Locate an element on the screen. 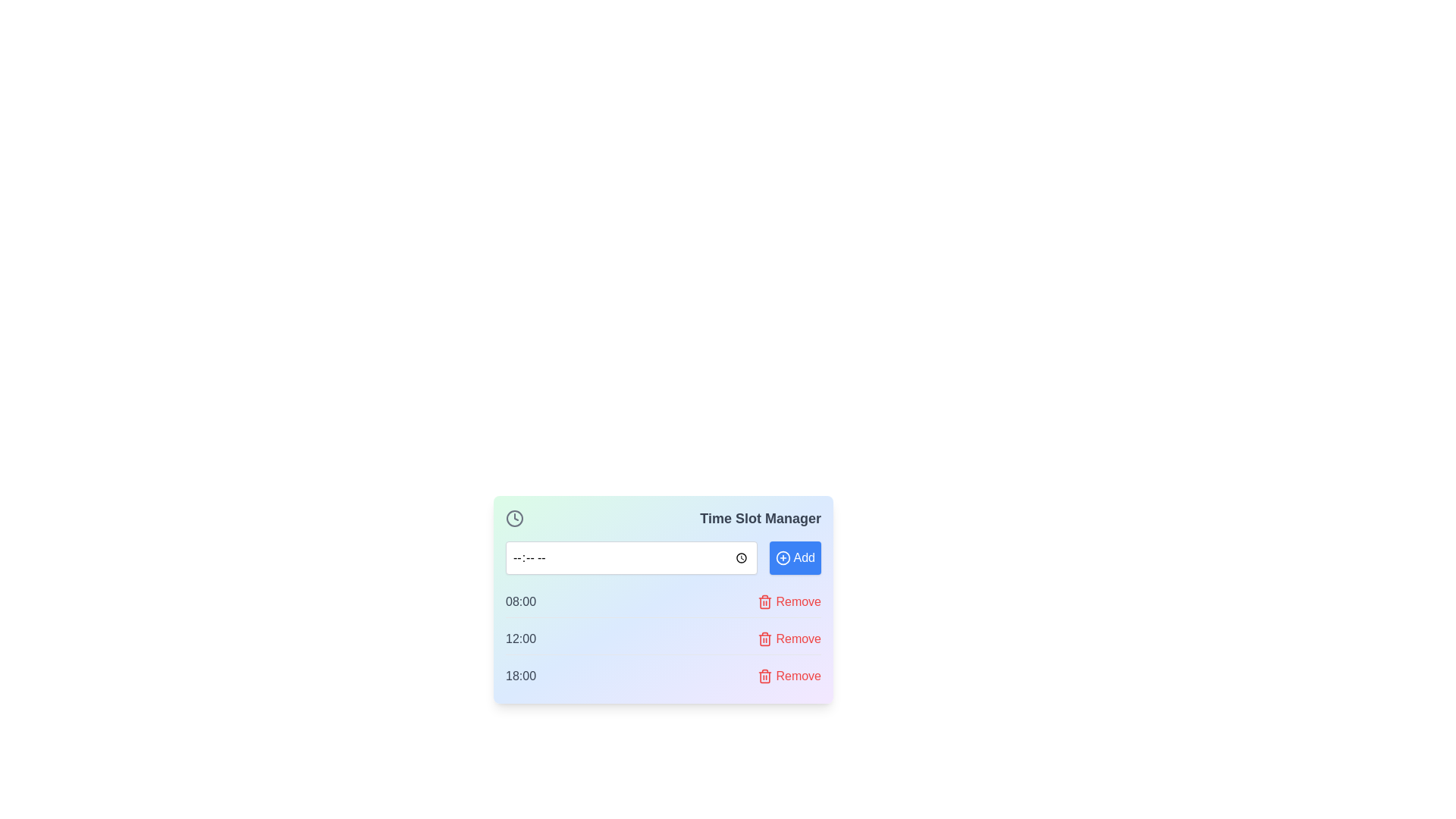  the small circular clock icon located to the left of the 'Time Slot Manager' header text is located at coordinates (514, 517).